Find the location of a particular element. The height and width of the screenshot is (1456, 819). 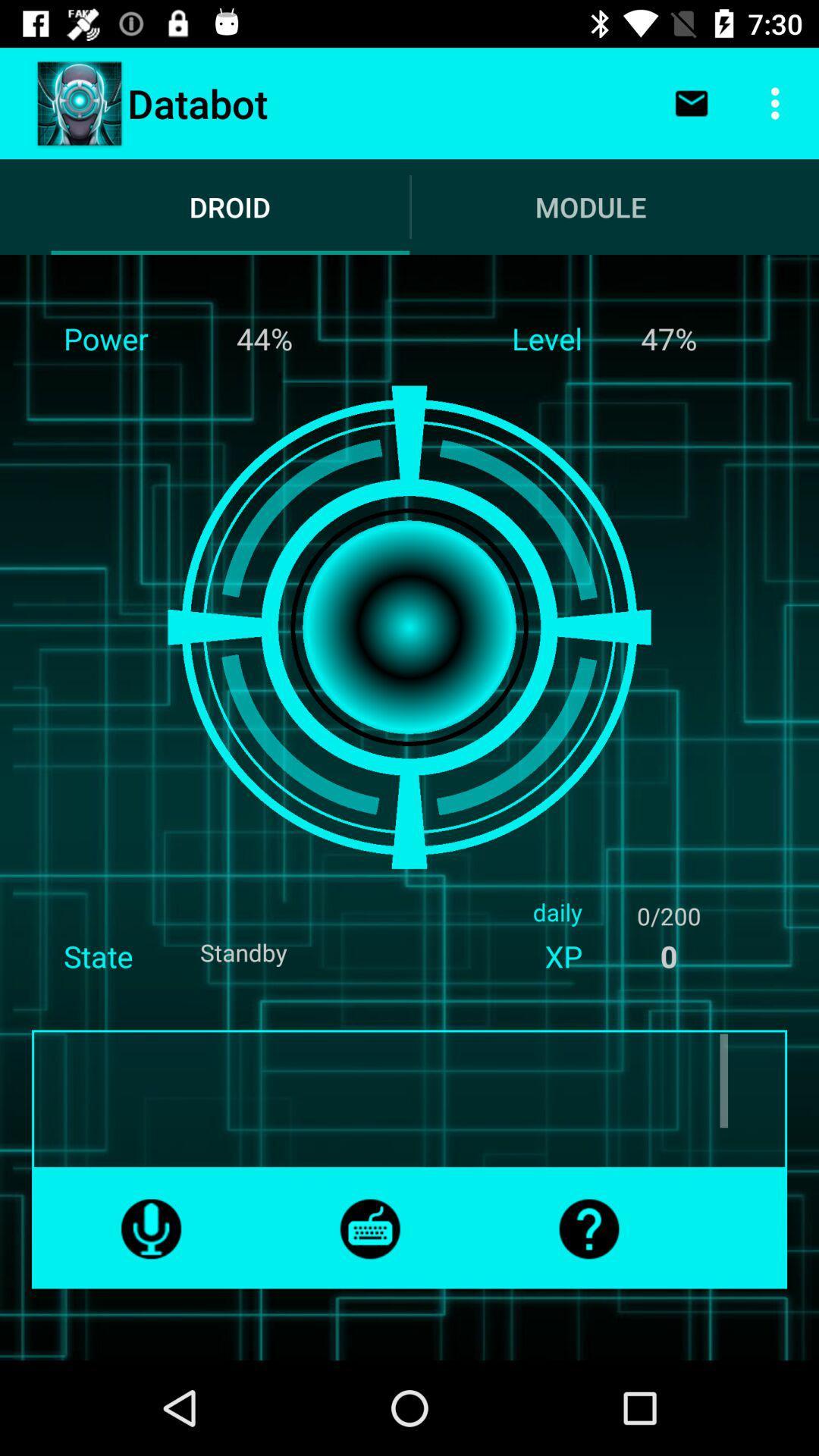

the thumbs_up icon is located at coordinates (370, 1228).